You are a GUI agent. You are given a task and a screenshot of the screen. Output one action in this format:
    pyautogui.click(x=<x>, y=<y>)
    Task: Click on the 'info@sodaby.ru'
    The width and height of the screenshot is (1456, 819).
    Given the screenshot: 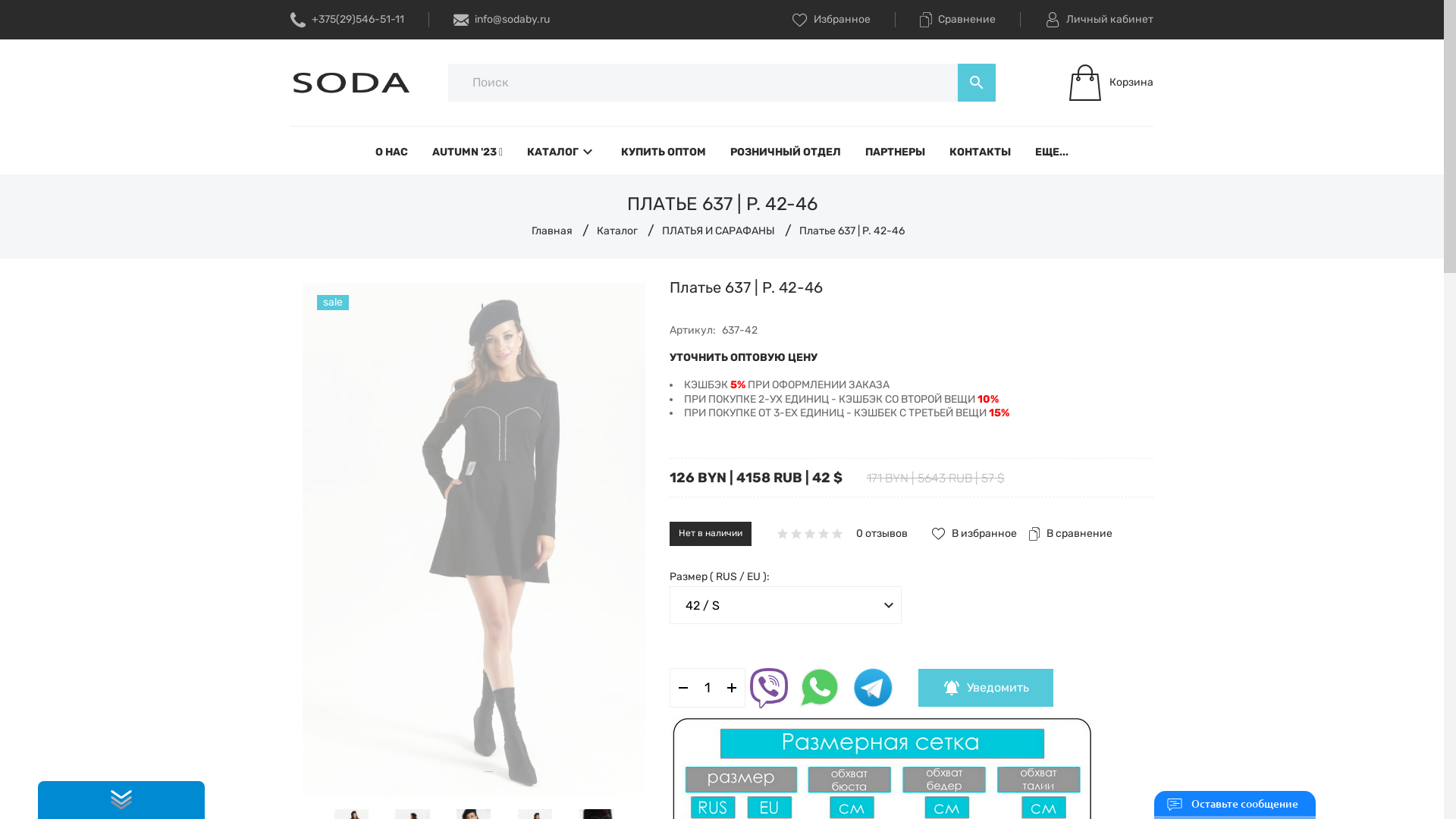 What is the action you would take?
    pyautogui.click(x=501, y=20)
    